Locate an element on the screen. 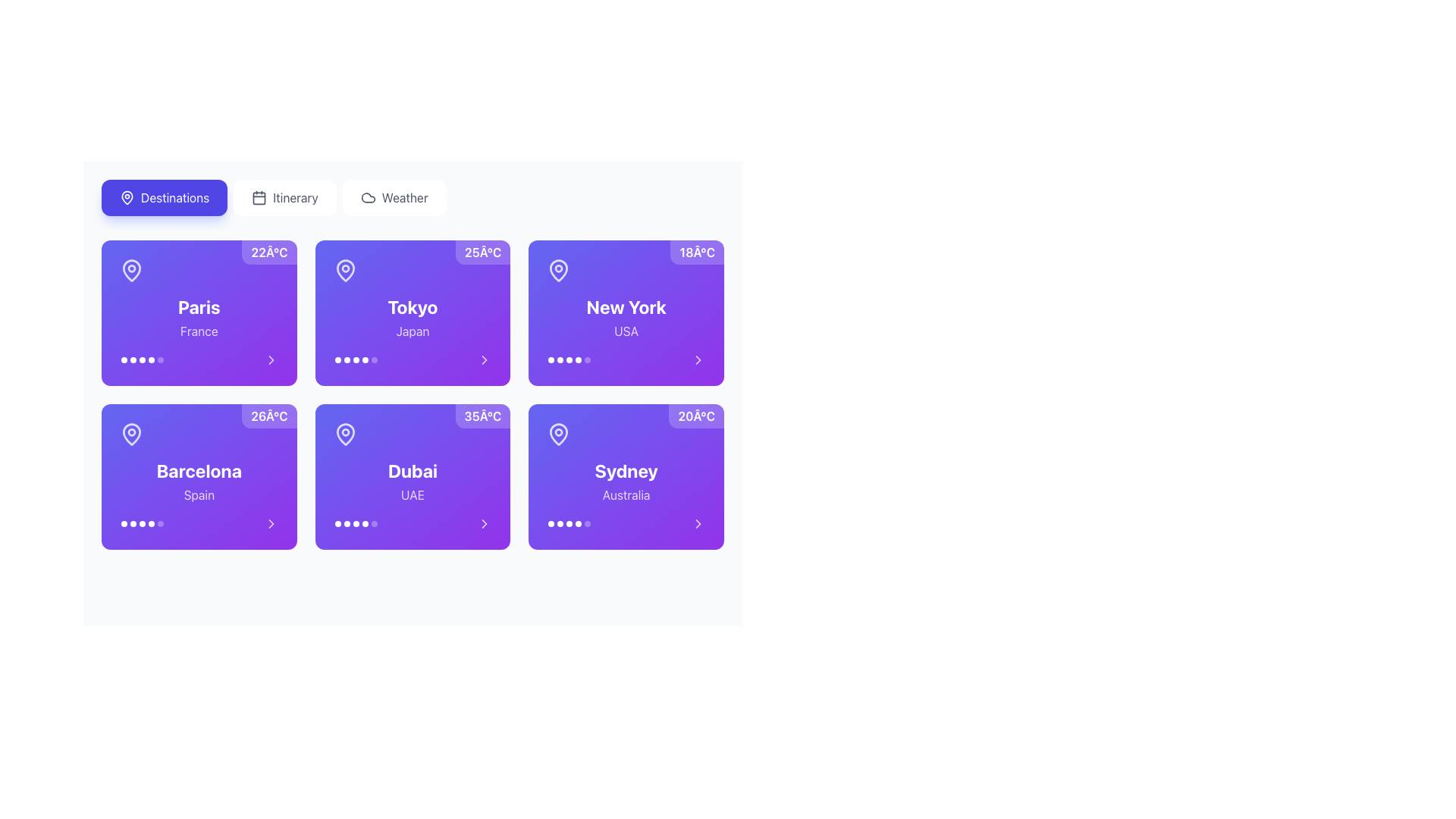 This screenshot has height=819, width=1456. the center dot of the progress indicator, which is a semi-transparent white circle among five horizontally arranged circles located at the bottom edge of the 'Barcelona' card is located at coordinates (142, 522).